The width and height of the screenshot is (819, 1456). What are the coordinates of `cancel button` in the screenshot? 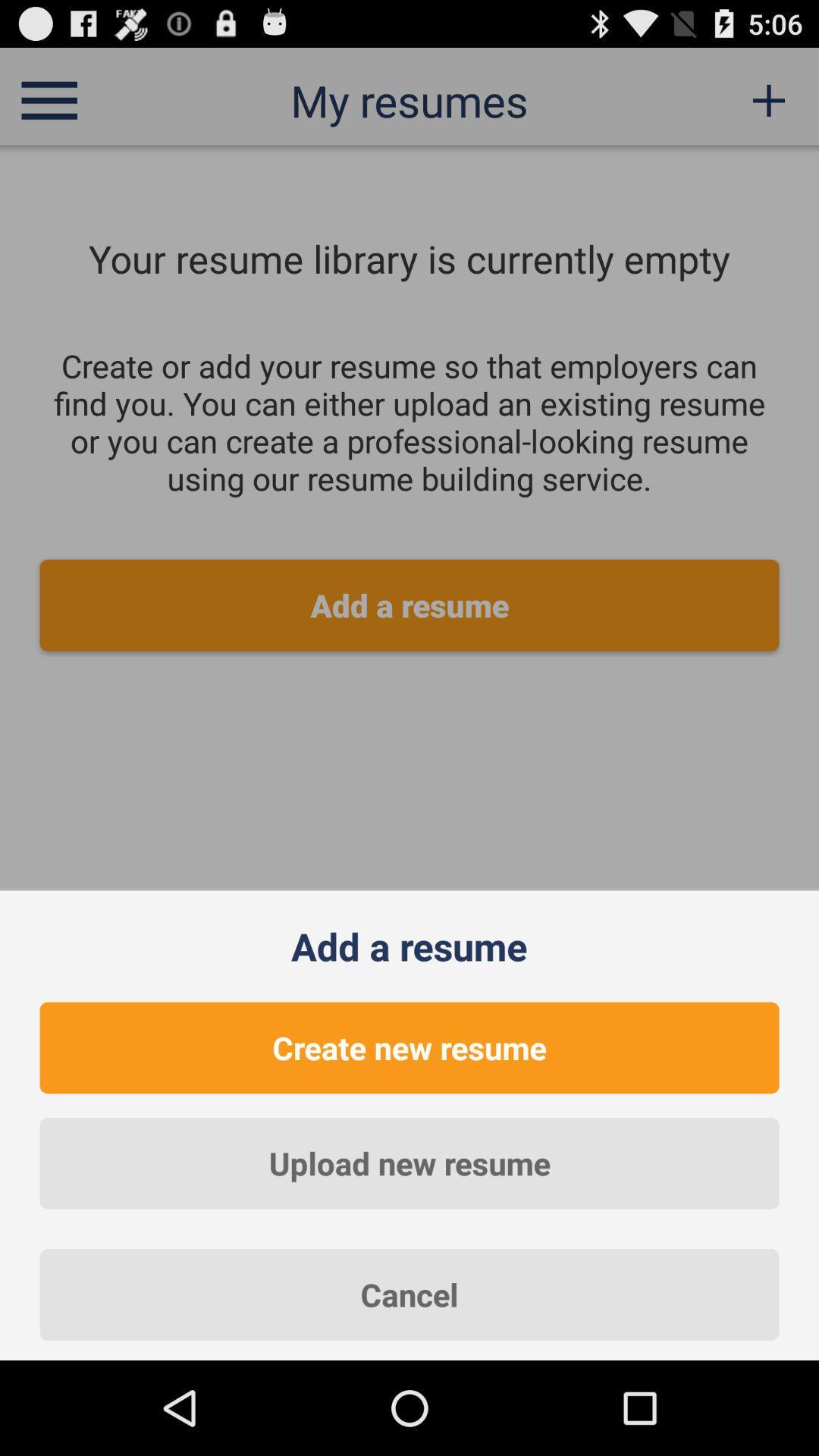 It's located at (409, 1294).